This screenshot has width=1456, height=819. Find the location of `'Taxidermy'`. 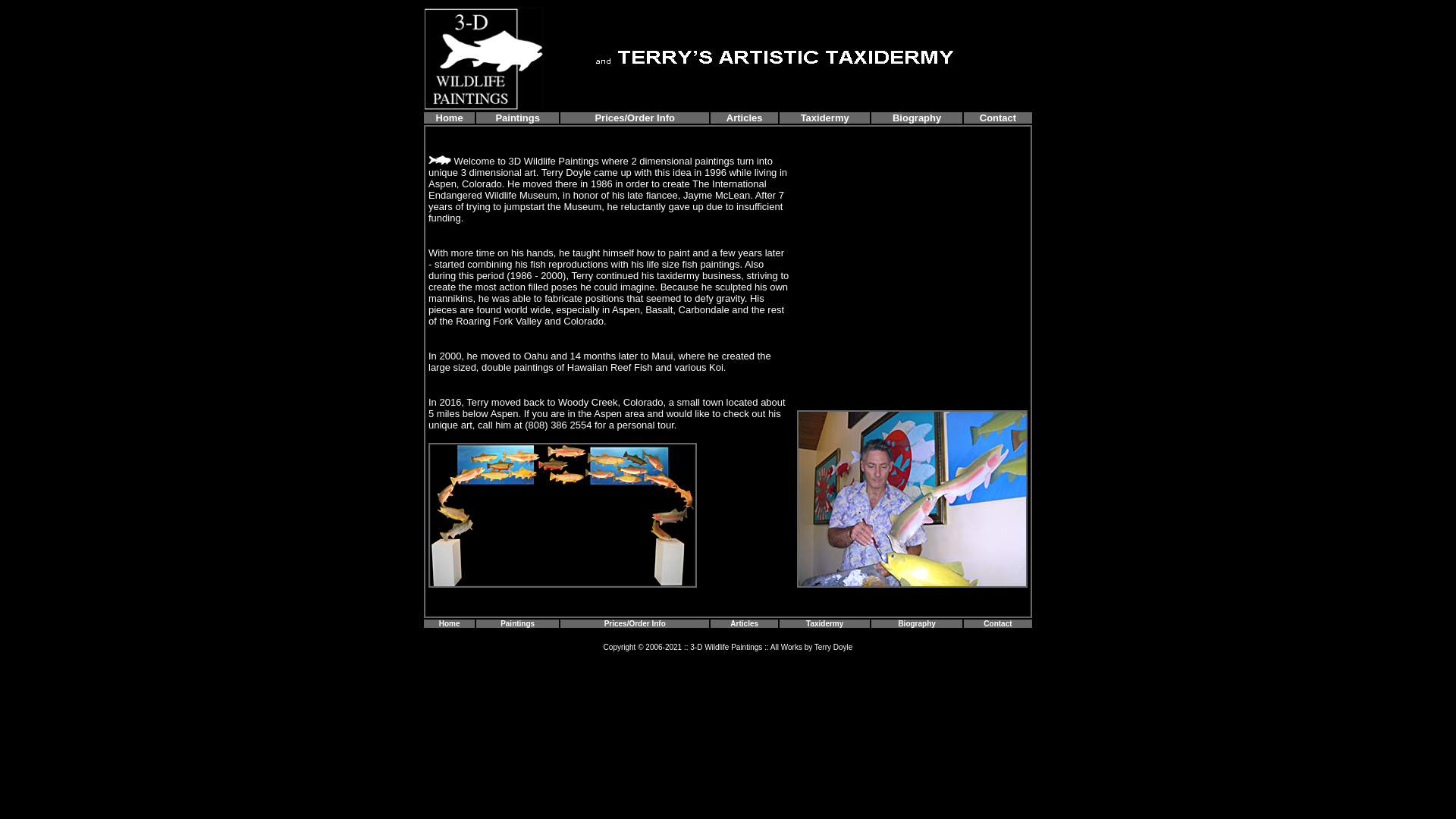

'Taxidermy' is located at coordinates (824, 622).